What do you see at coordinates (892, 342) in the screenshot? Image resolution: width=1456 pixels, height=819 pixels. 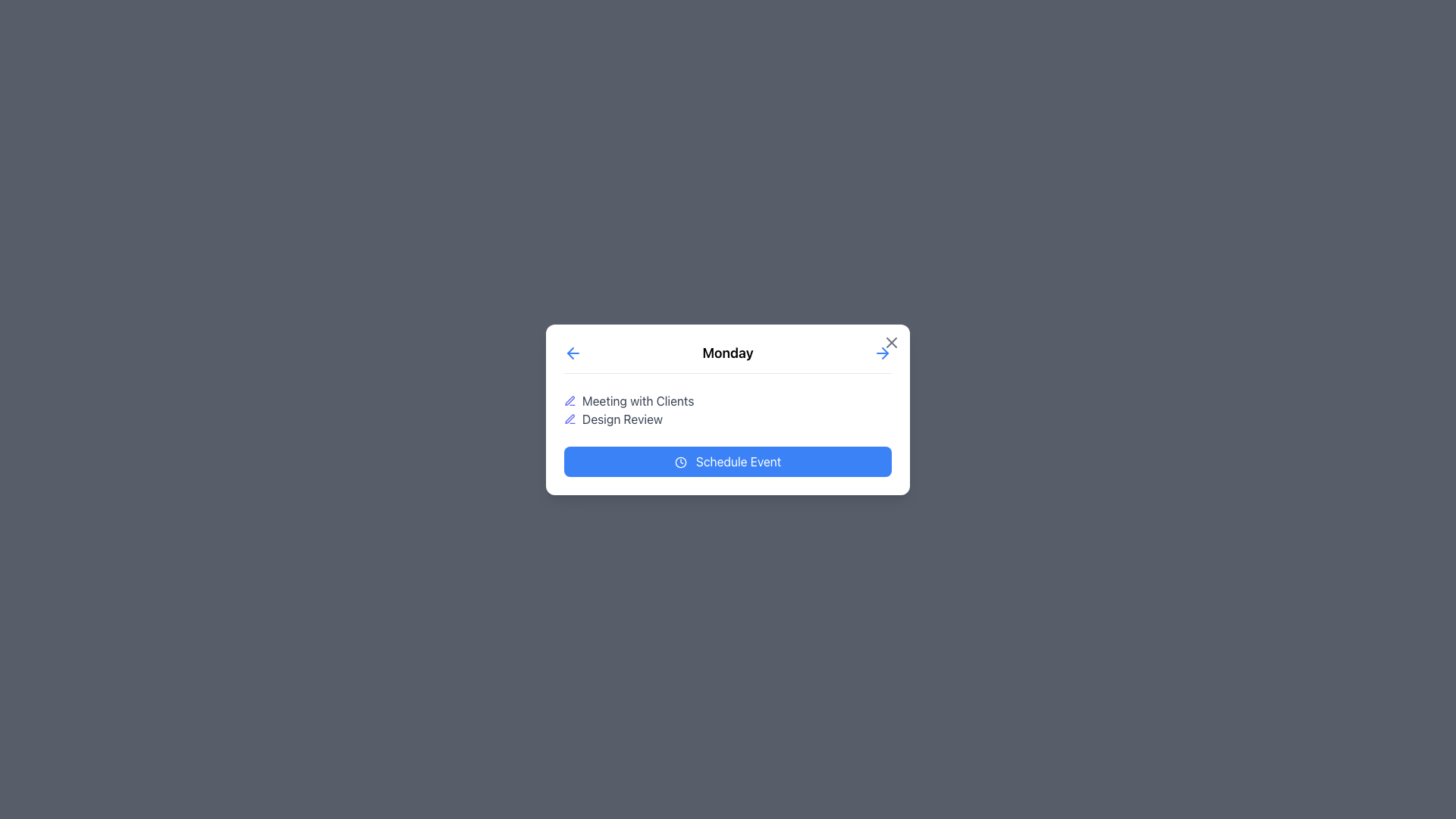 I see `the Close icon represented as a diagonal cross in the top-right corner of the white card interface` at bounding box center [892, 342].